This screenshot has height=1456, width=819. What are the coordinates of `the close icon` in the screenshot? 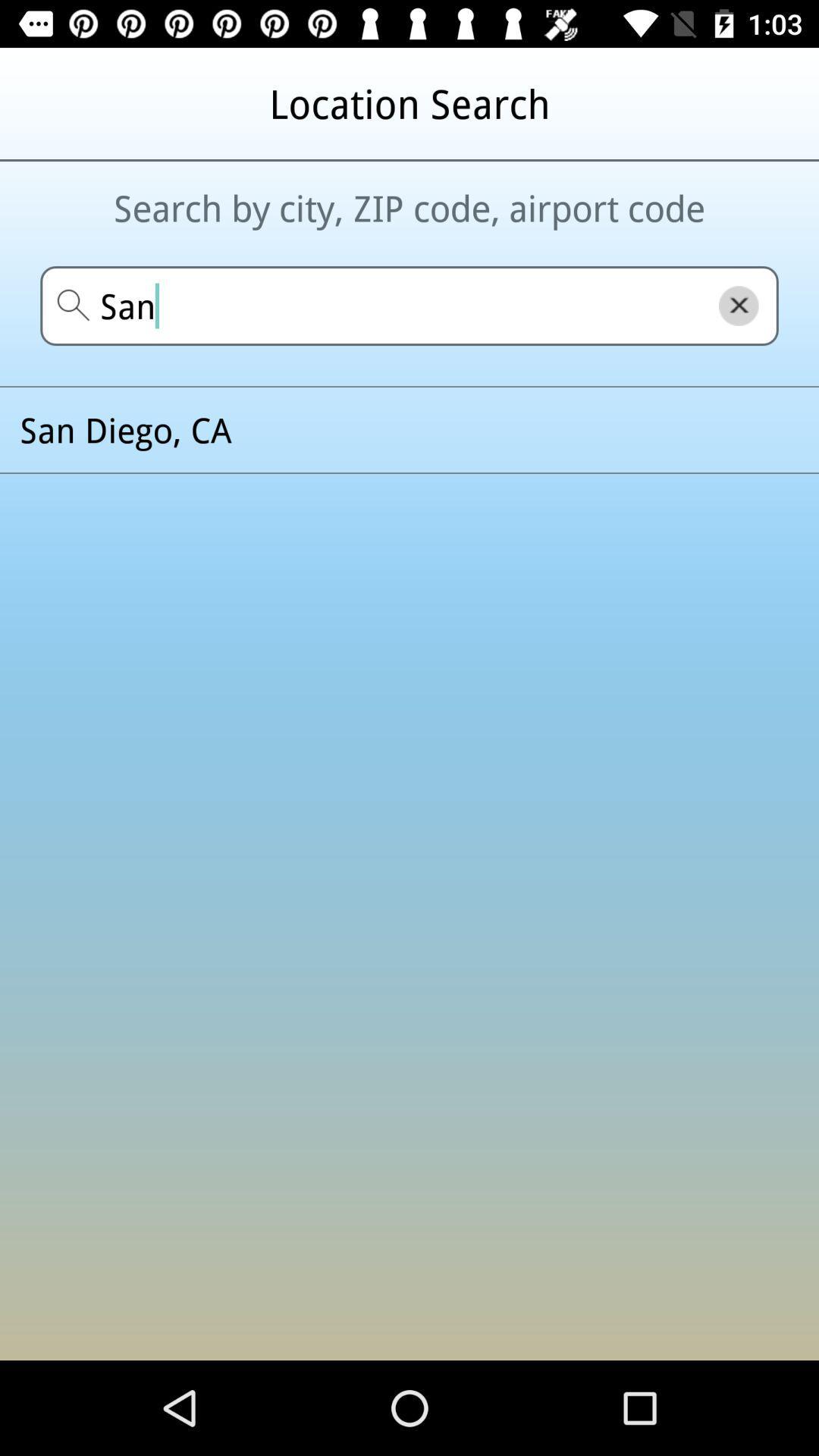 It's located at (738, 305).